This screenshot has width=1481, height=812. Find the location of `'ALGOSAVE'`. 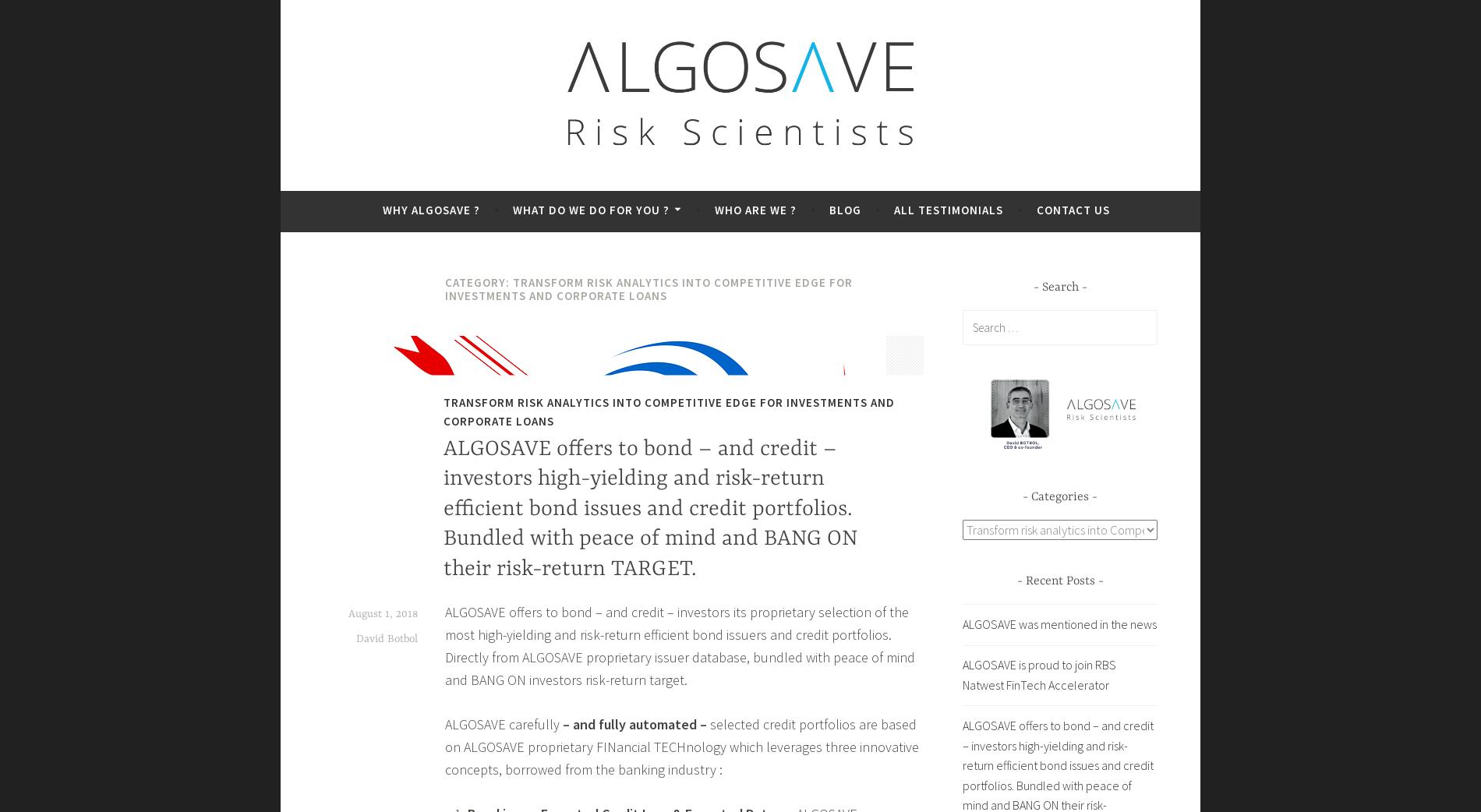

'ALGOSAVE' is located at coordinates (401, 183).